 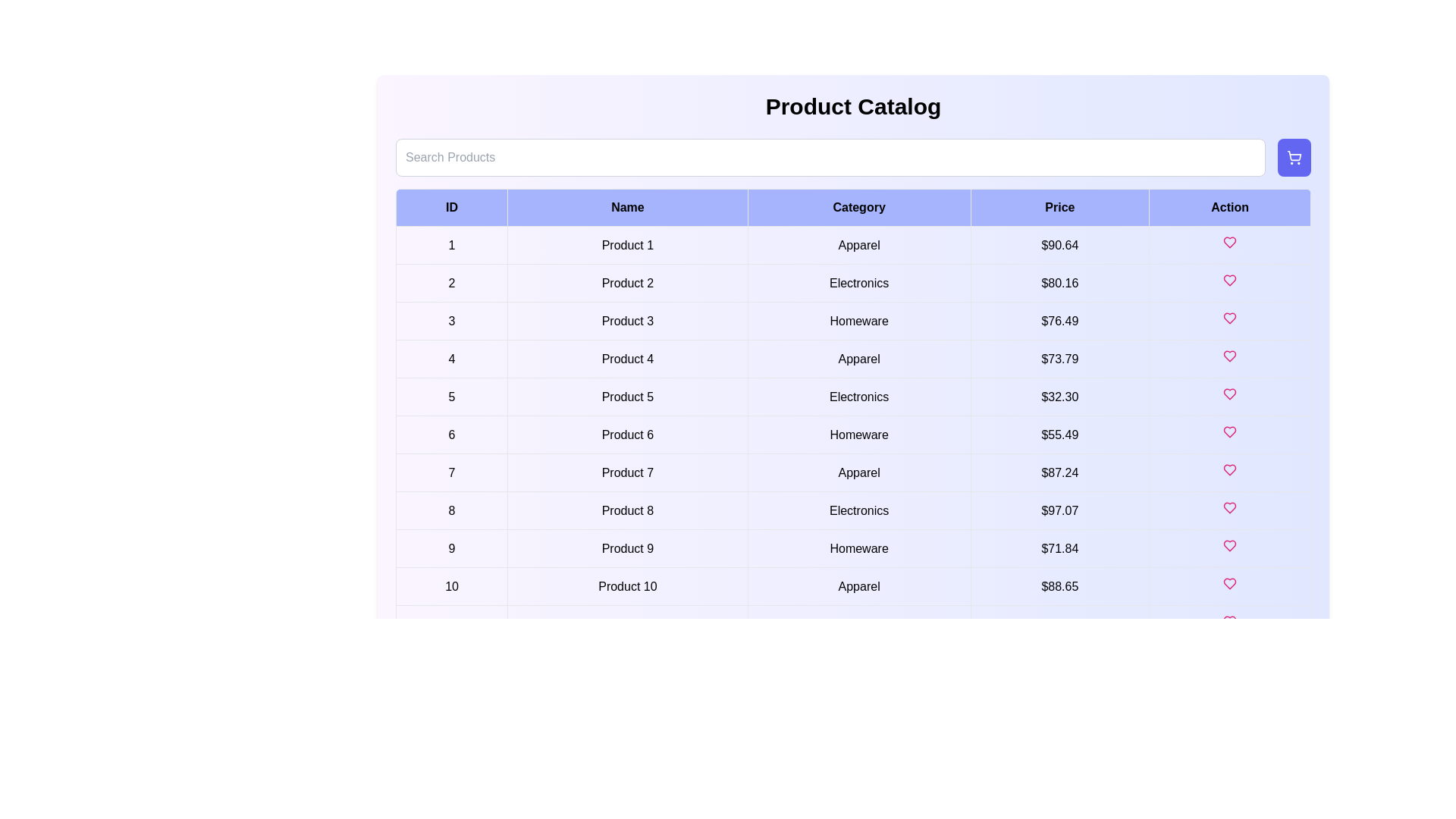 What do you see at coordinates (1294, 158) in the screenshot?
I see `the shopping cart button` at bounding box center [1294, 158].